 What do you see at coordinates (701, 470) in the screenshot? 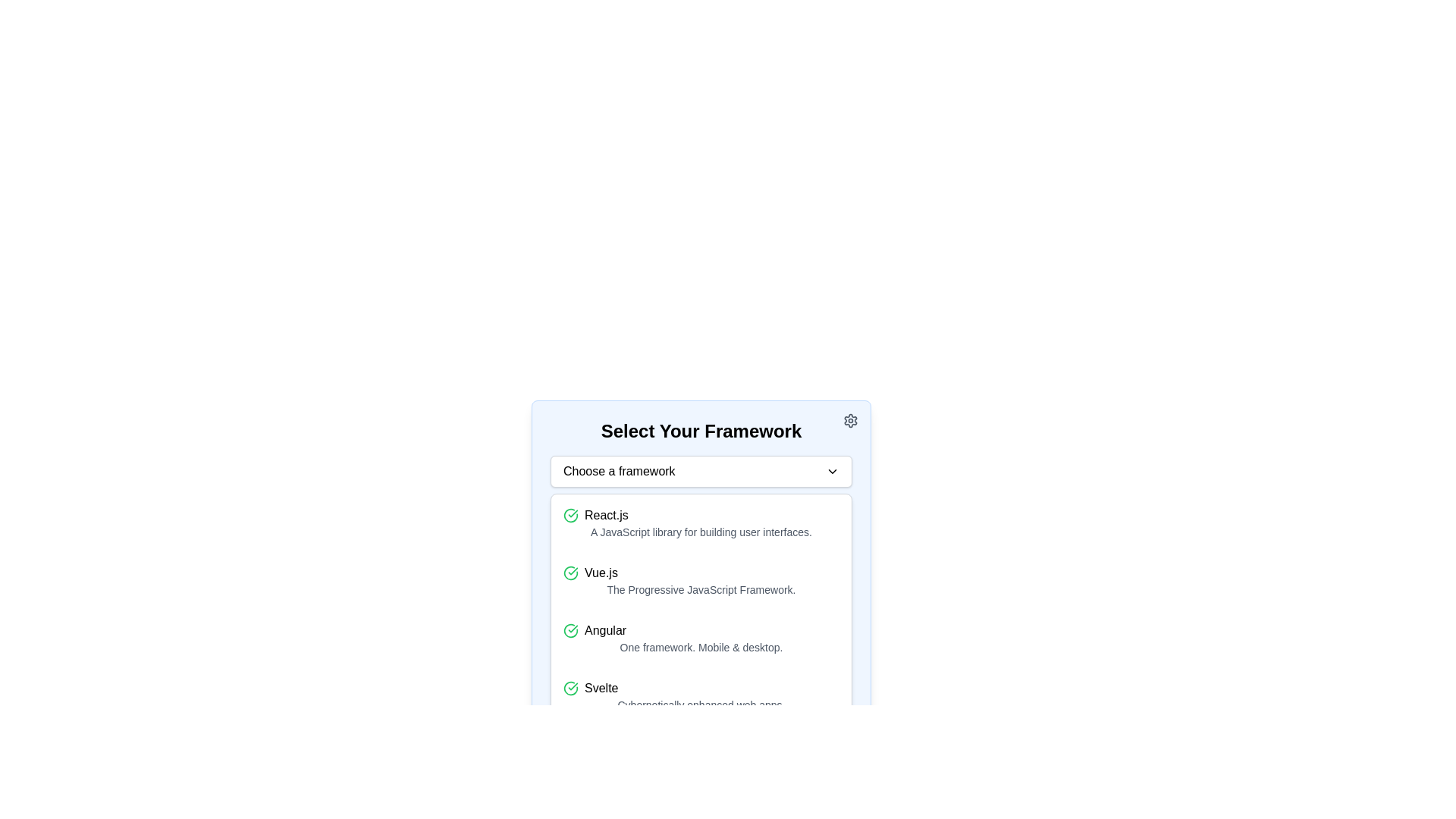
I see `the dropdown menu for selecting a framework located below the title 'Select Your Framework'` at bounding box center [701, 470].